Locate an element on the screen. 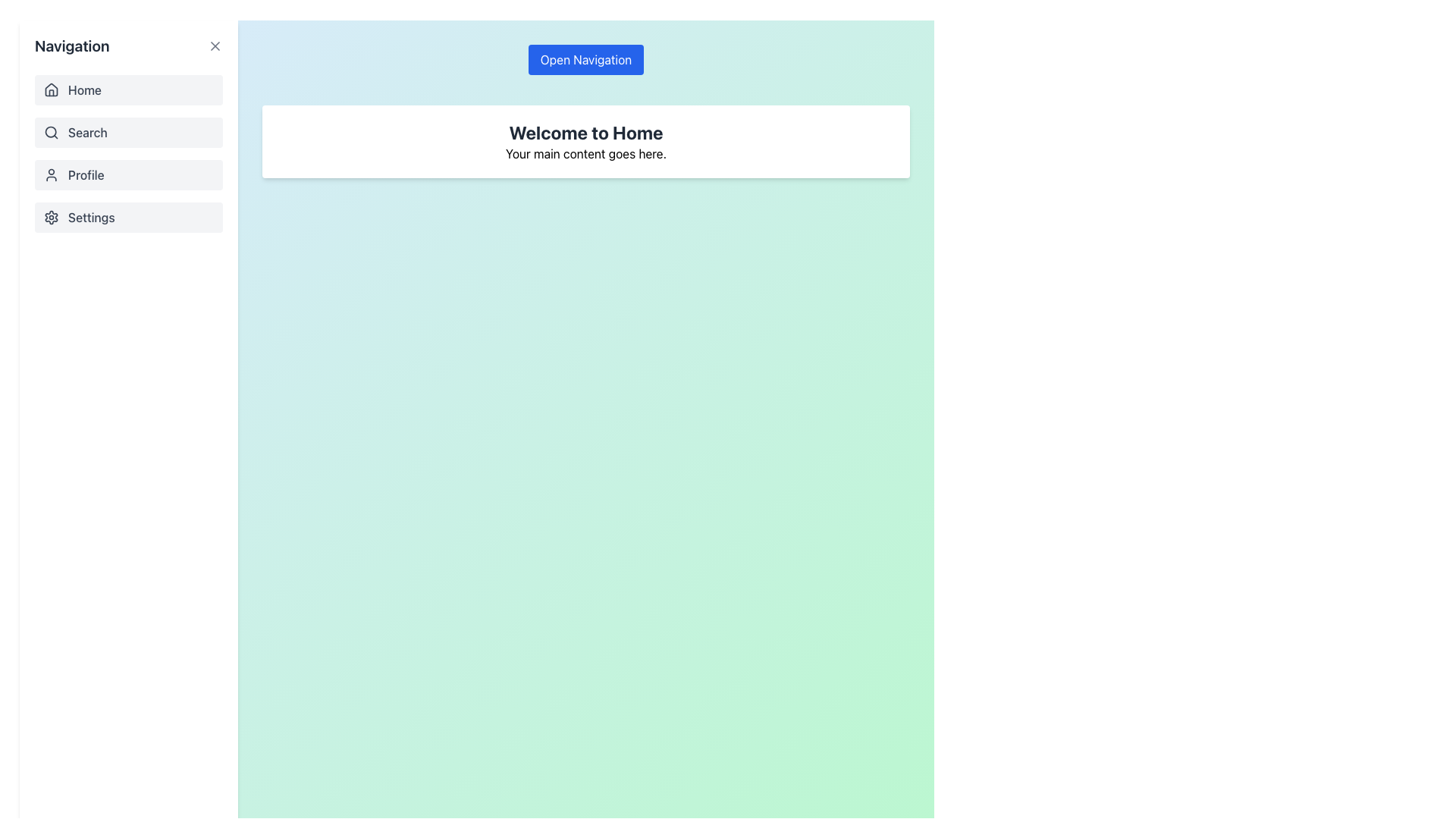 The width and height of the screenshot is (1456, 819). the icon located in the sidebar navigation area near the top-right corner, to the right of the 'Navigation' text is located at coordinates (214, 45).